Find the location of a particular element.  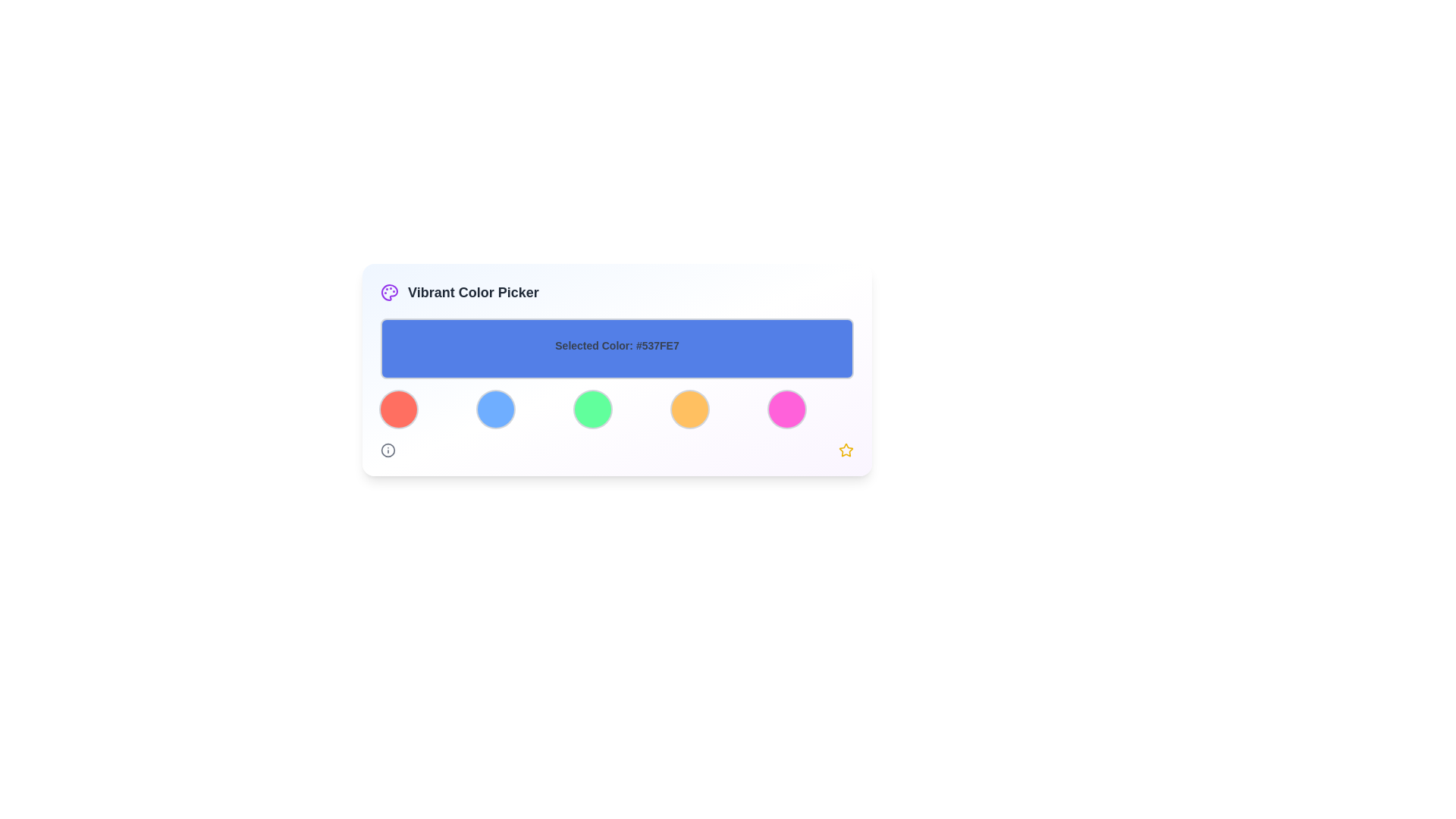

the text label reading 'Vibrant Color Picker', which is styled with a bold font and dark gray color, positioned to the right of a palette icon is located at coordinates (472, 292).